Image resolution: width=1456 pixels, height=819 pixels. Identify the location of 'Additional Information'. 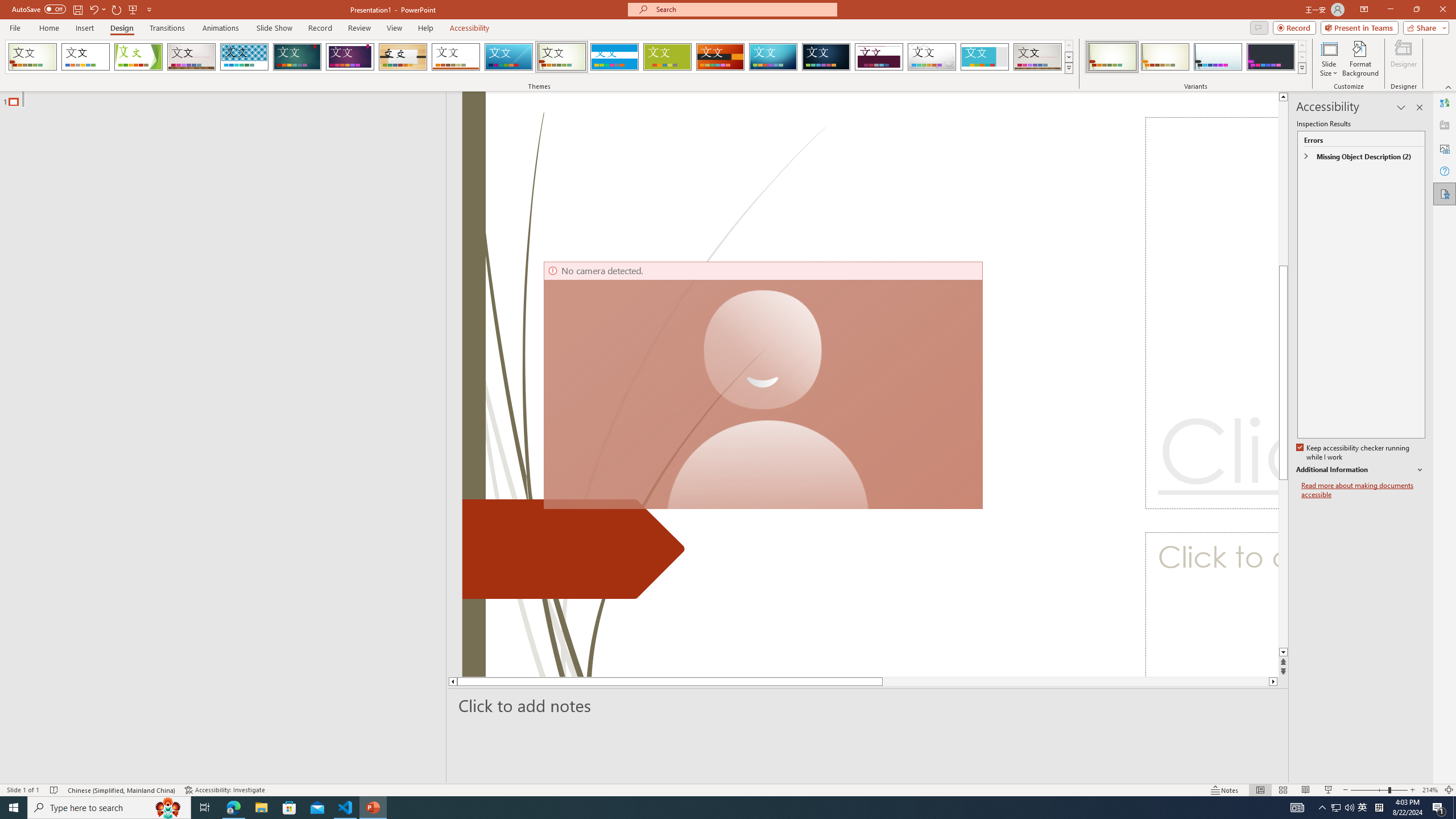
(1360, 470).